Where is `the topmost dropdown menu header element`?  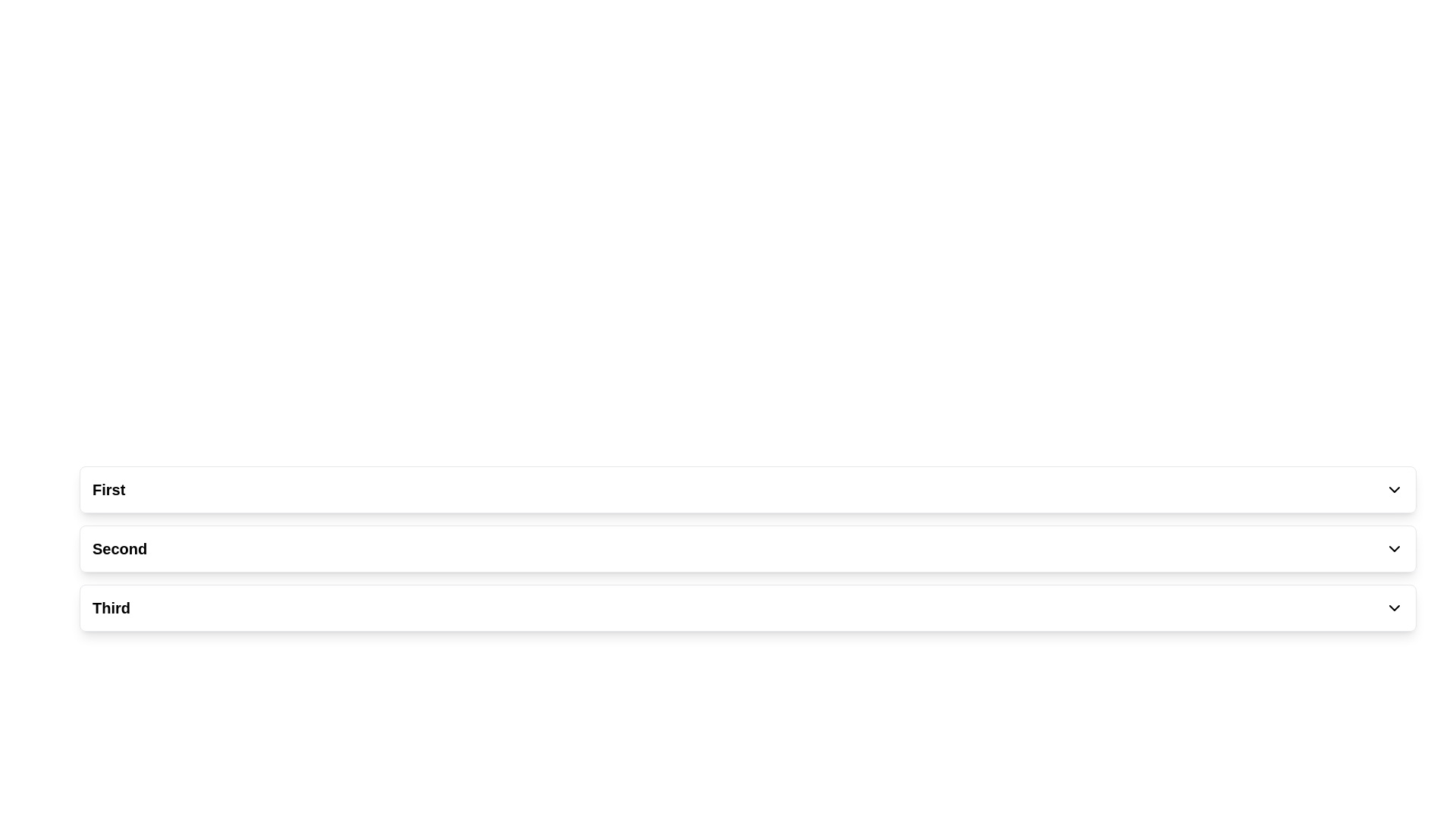 the topmost dropdown menu header element is located at coordinates (748, 489).